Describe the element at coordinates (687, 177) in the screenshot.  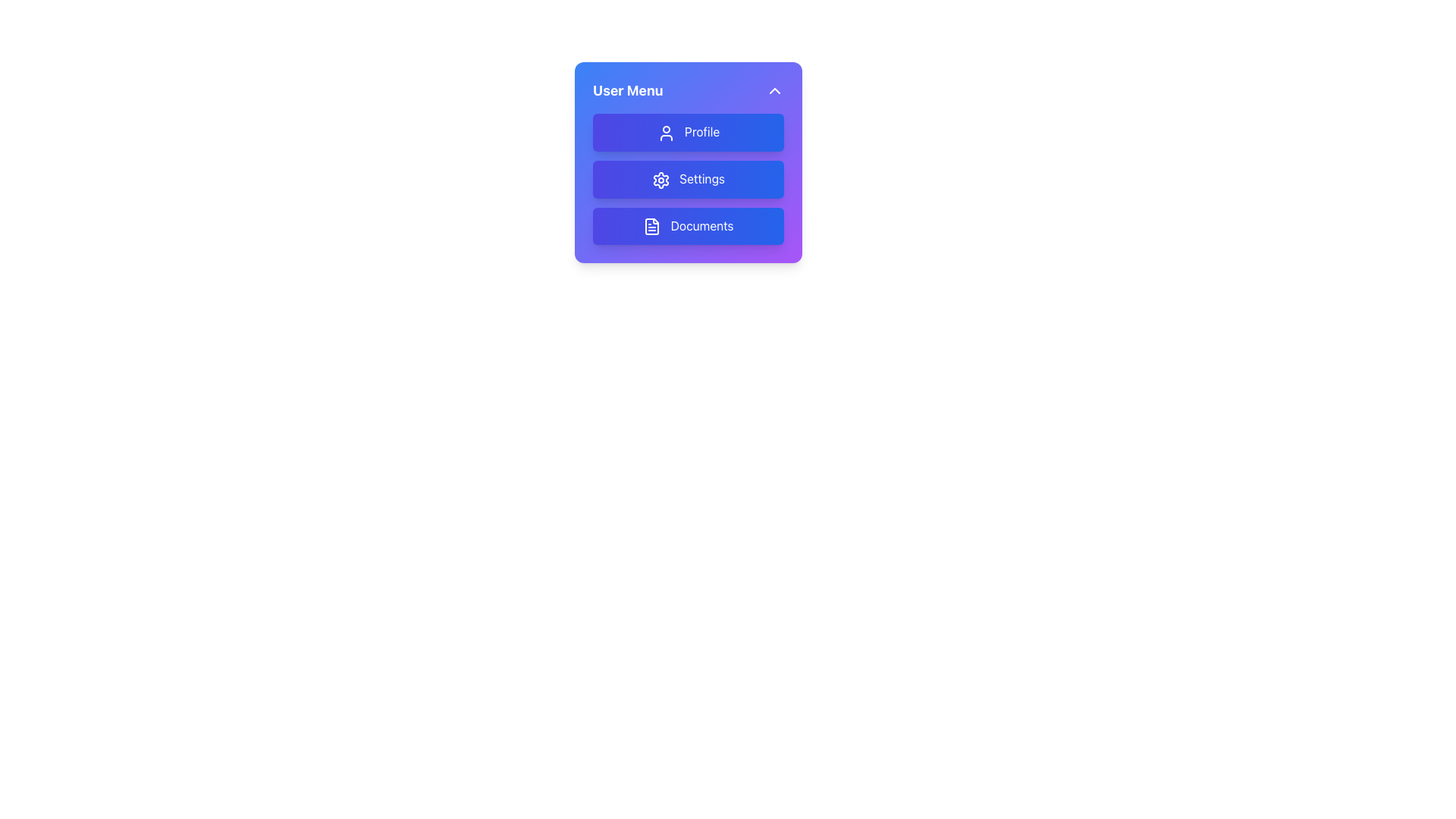
I see `the 'Settings' button, which is a rectangular button with rounded corners, contains a gear icon on the left and the text 'Settings' on the right, located in the 'User Menu' below the 'Profile' button` at that location.